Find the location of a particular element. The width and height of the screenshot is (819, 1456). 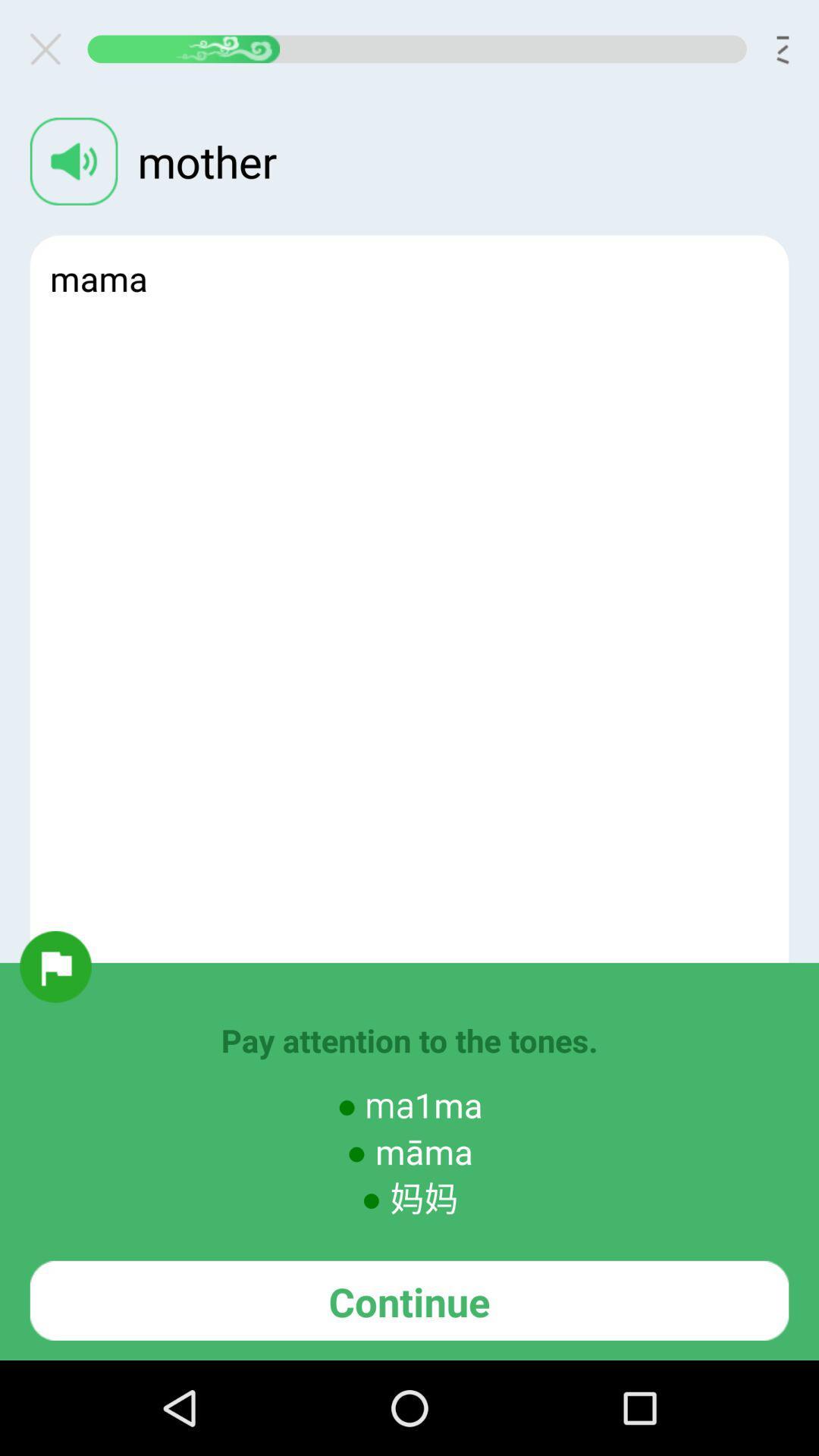

listen to word is located at coordinates (74, 161).